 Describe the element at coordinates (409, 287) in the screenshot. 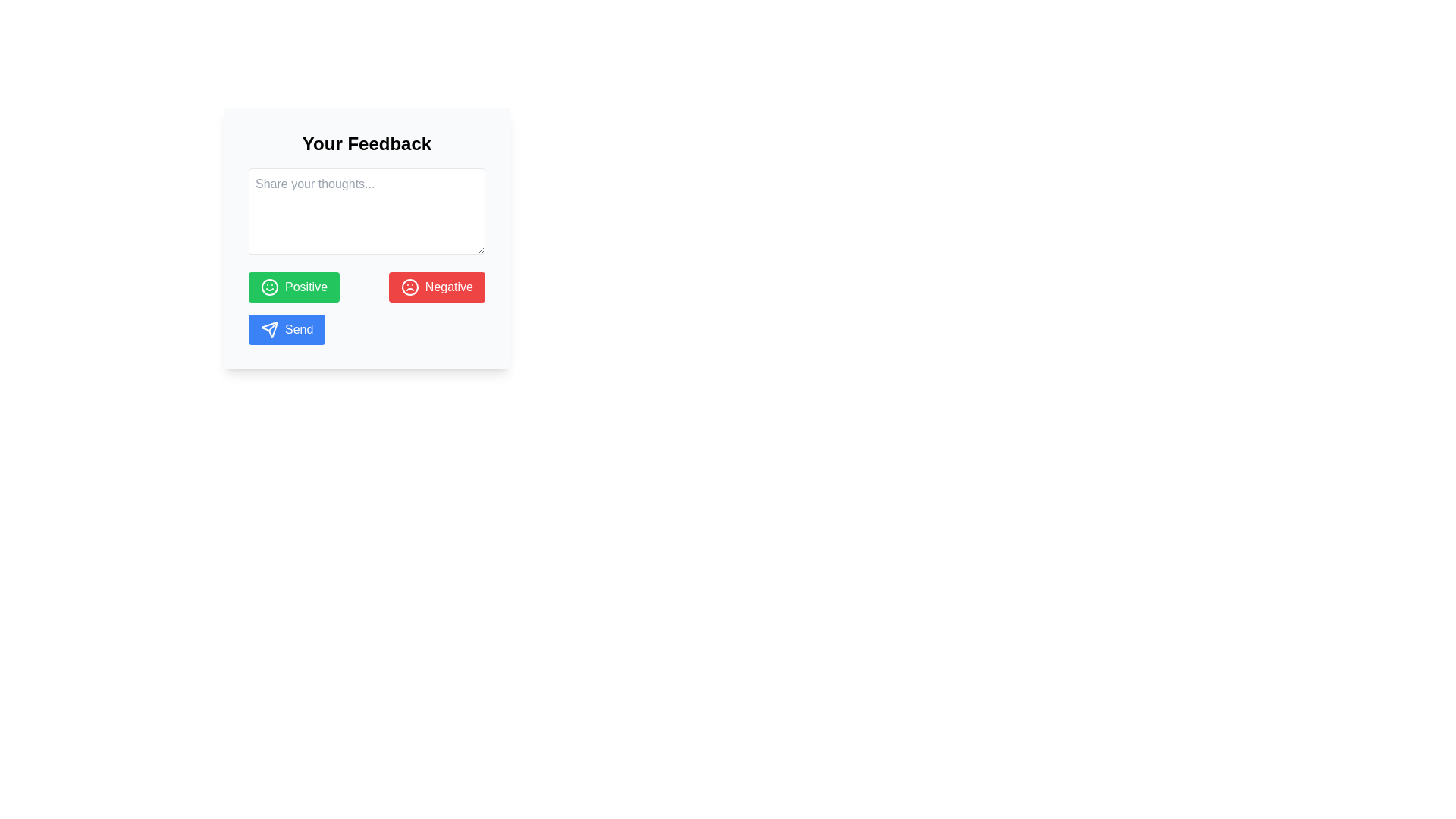

I see `the 'Negative' button` at that location.